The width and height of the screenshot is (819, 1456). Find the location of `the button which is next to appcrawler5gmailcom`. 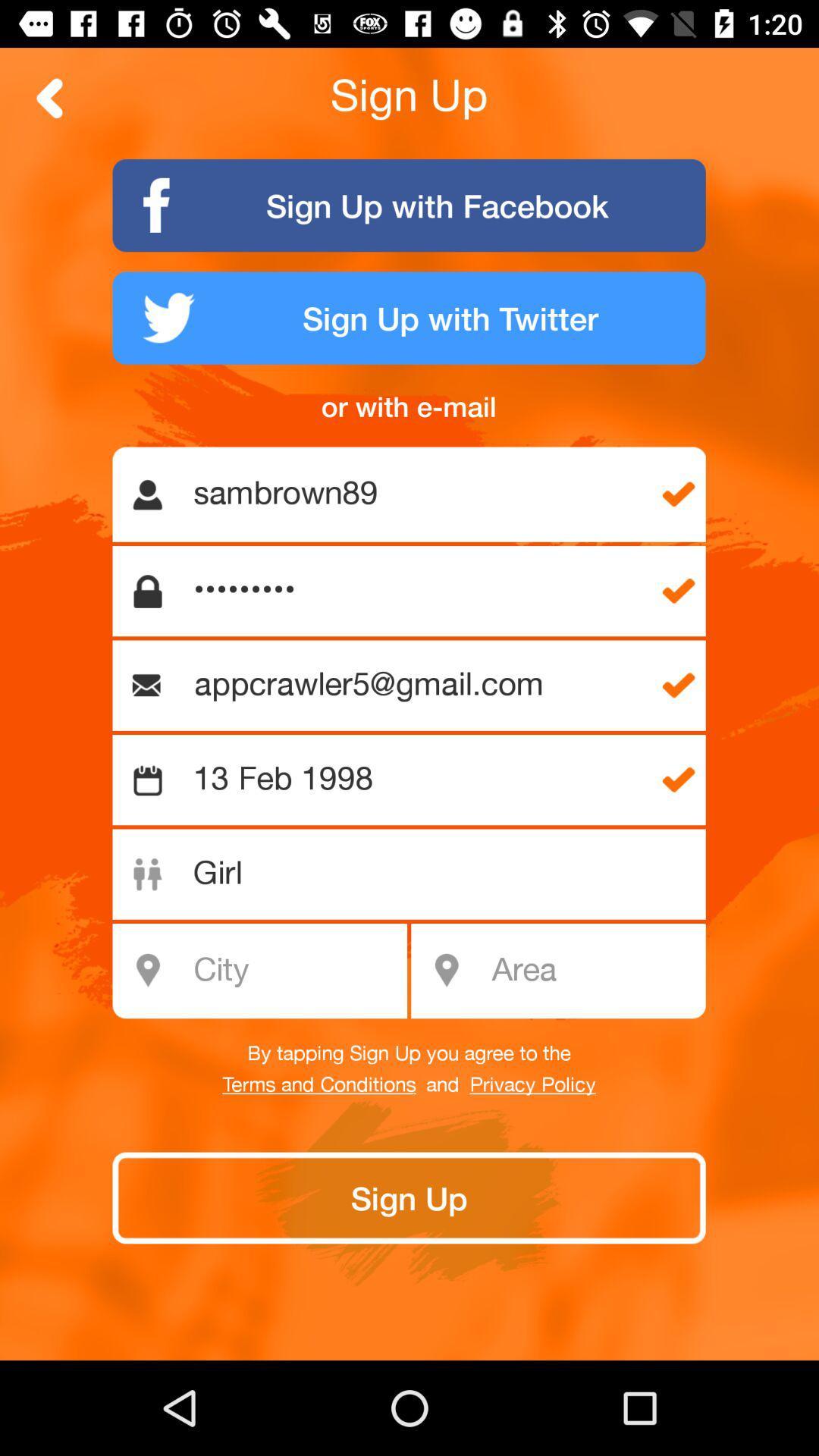

the button which is next to appcrawler5gmailcom is located at coordinates (678, 685).